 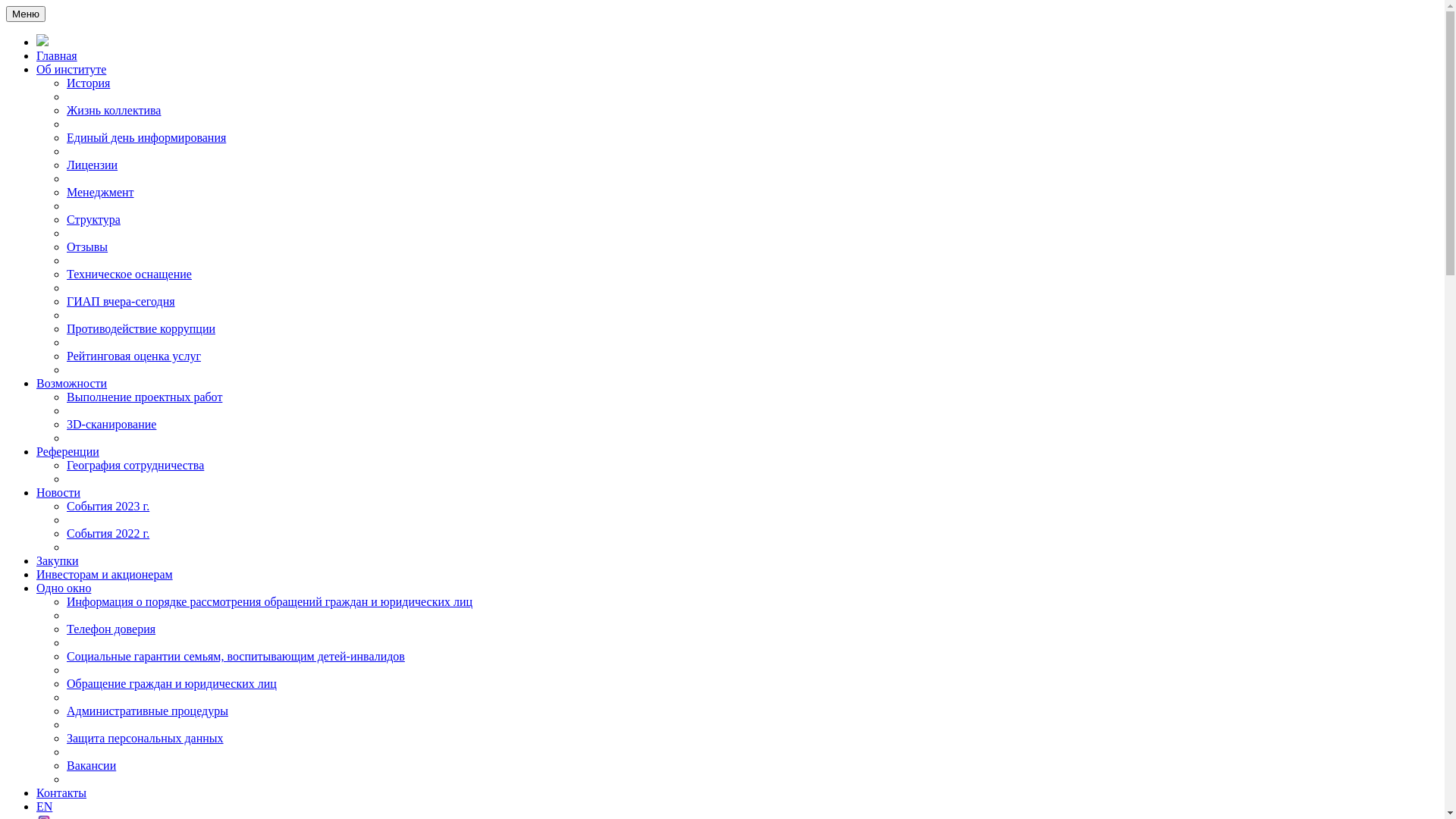 I want to click on 'EN', so click(x=44, y=805).